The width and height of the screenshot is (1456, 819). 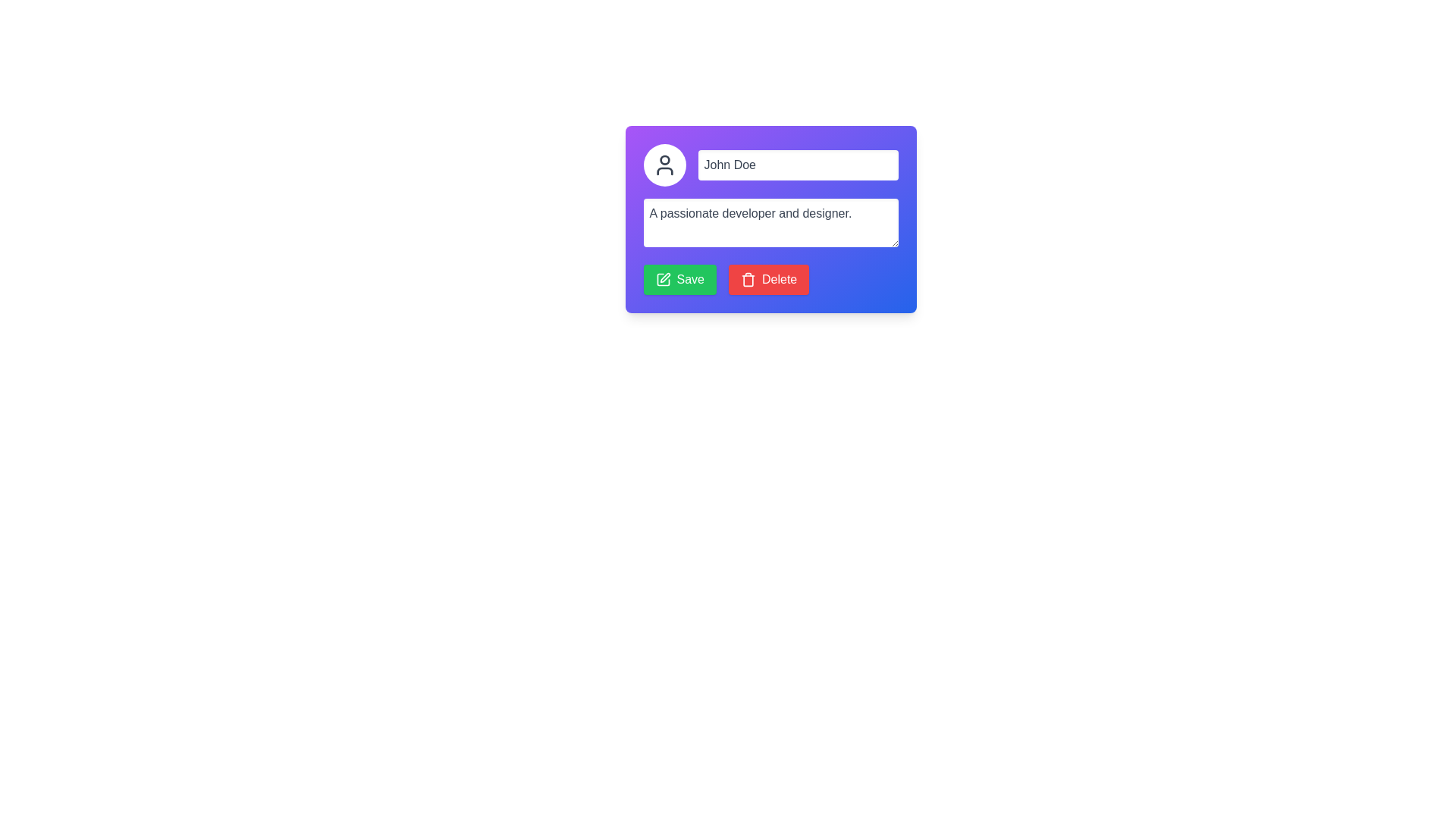 What do you see at coordinates (664, 160) in the screenshot?
I see `the topmost circle of the user avatar icon located on the left side of the form header` at bounding box center [664, 160].